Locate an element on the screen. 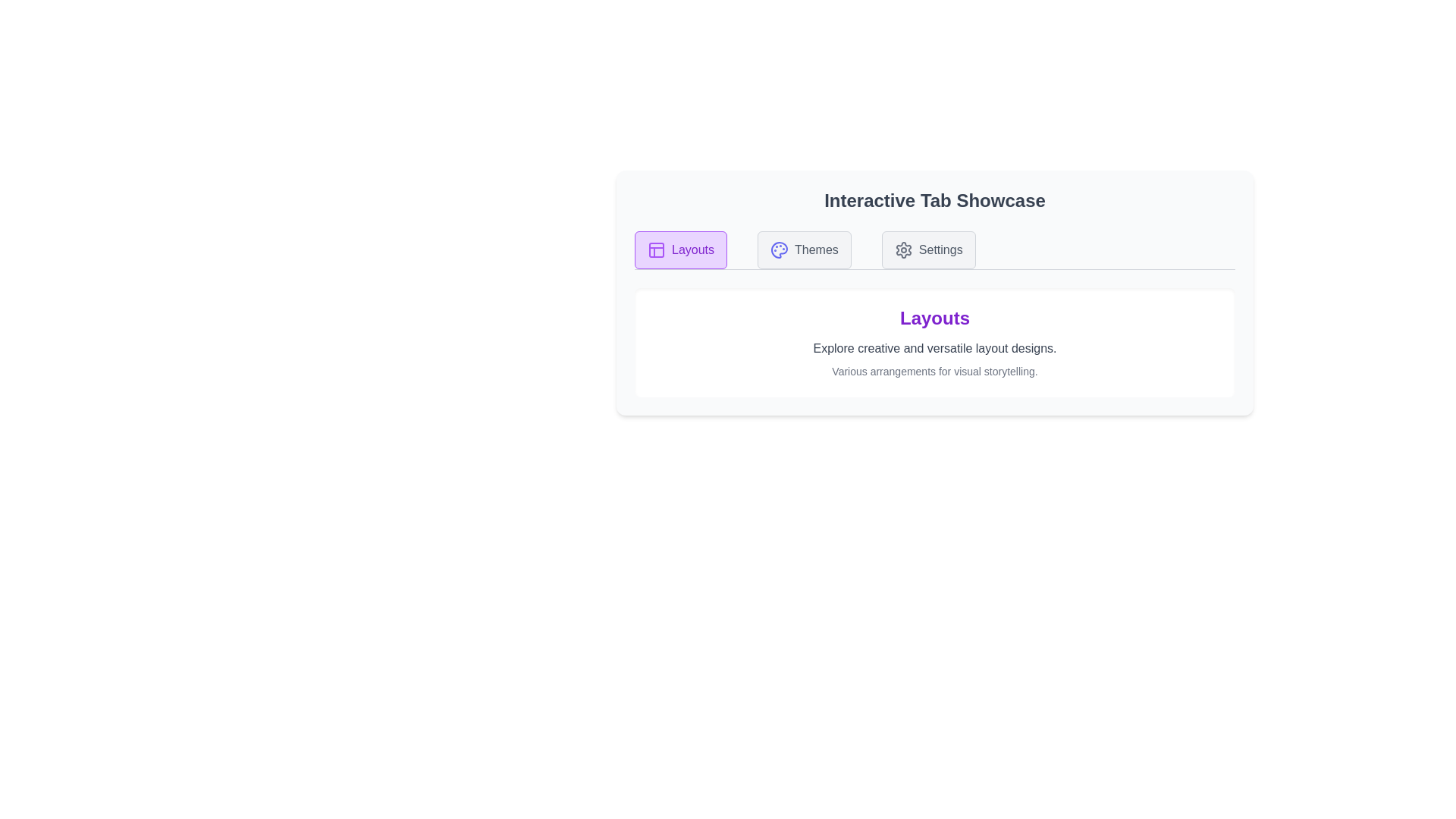 The image size is (1456, 819). the Layouts tab is located at coordinates (679, 249).